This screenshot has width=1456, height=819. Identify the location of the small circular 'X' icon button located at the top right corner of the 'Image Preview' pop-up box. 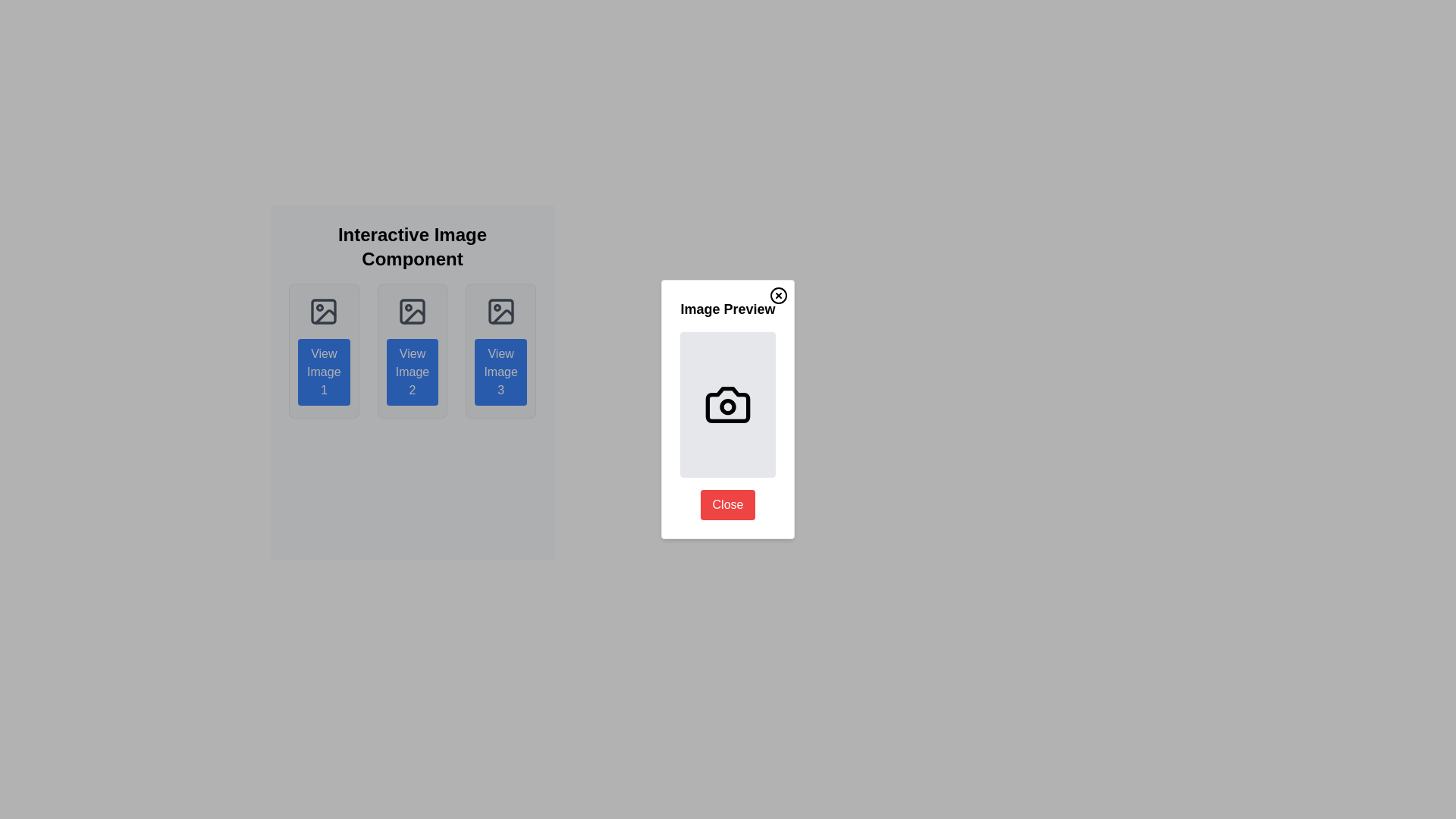
(778, 295).